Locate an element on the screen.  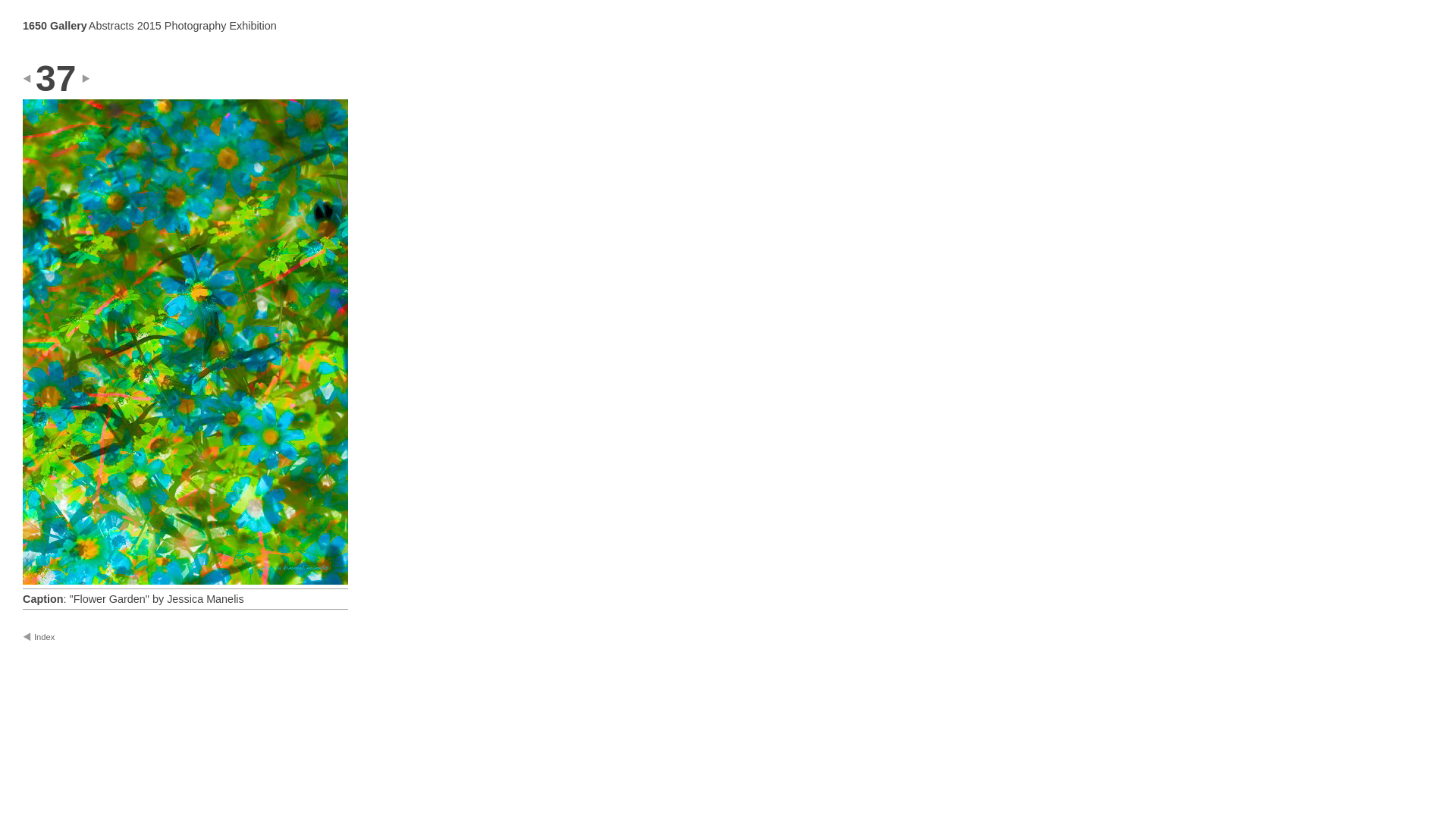
'   ' is located at coordinates (37, 78).